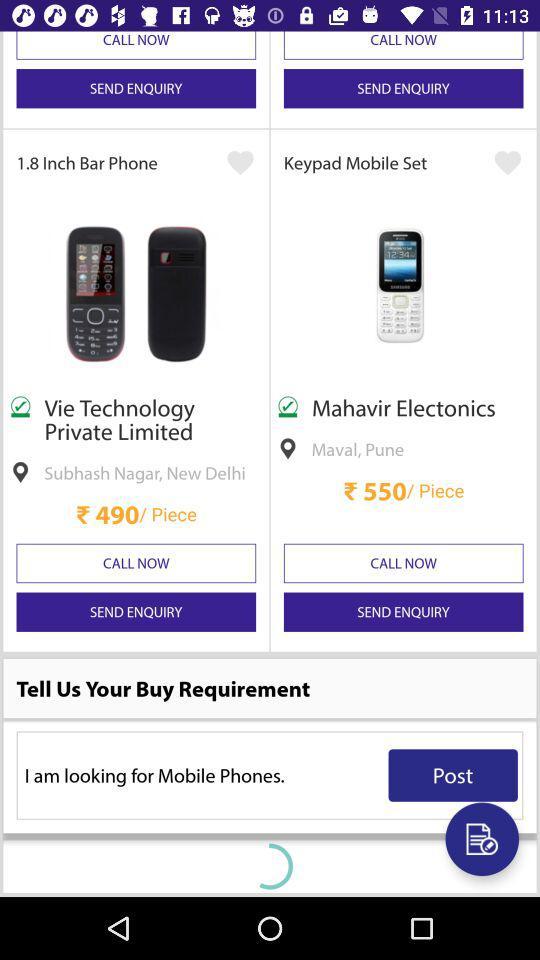 The image size is (540, 960). I want to click on the description icon, so click(481, 839).